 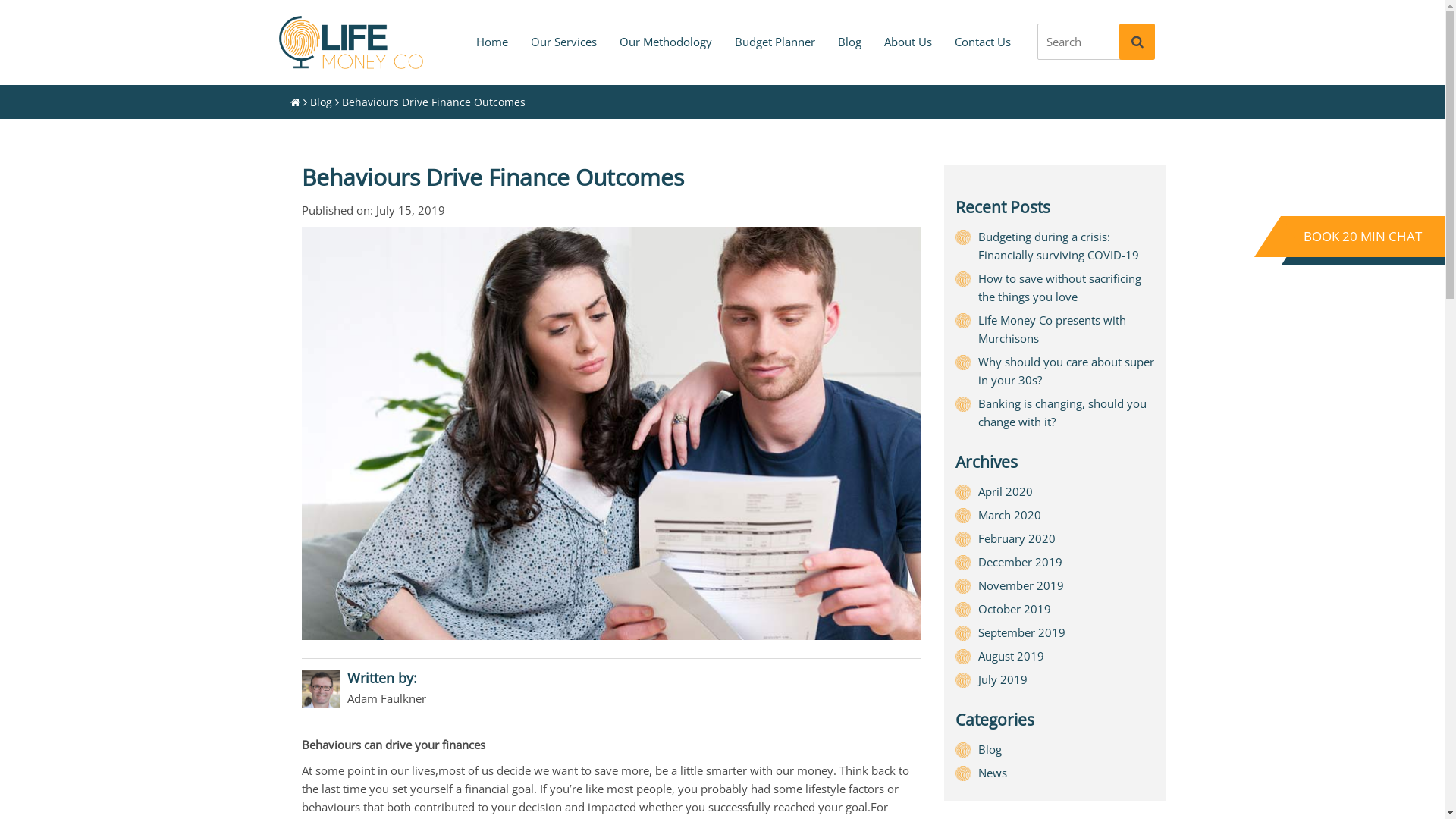 What do you see at coordinates (1021, 584) in the screenshot?
I see `'November 2019'` at bounding box center [1021, 584].